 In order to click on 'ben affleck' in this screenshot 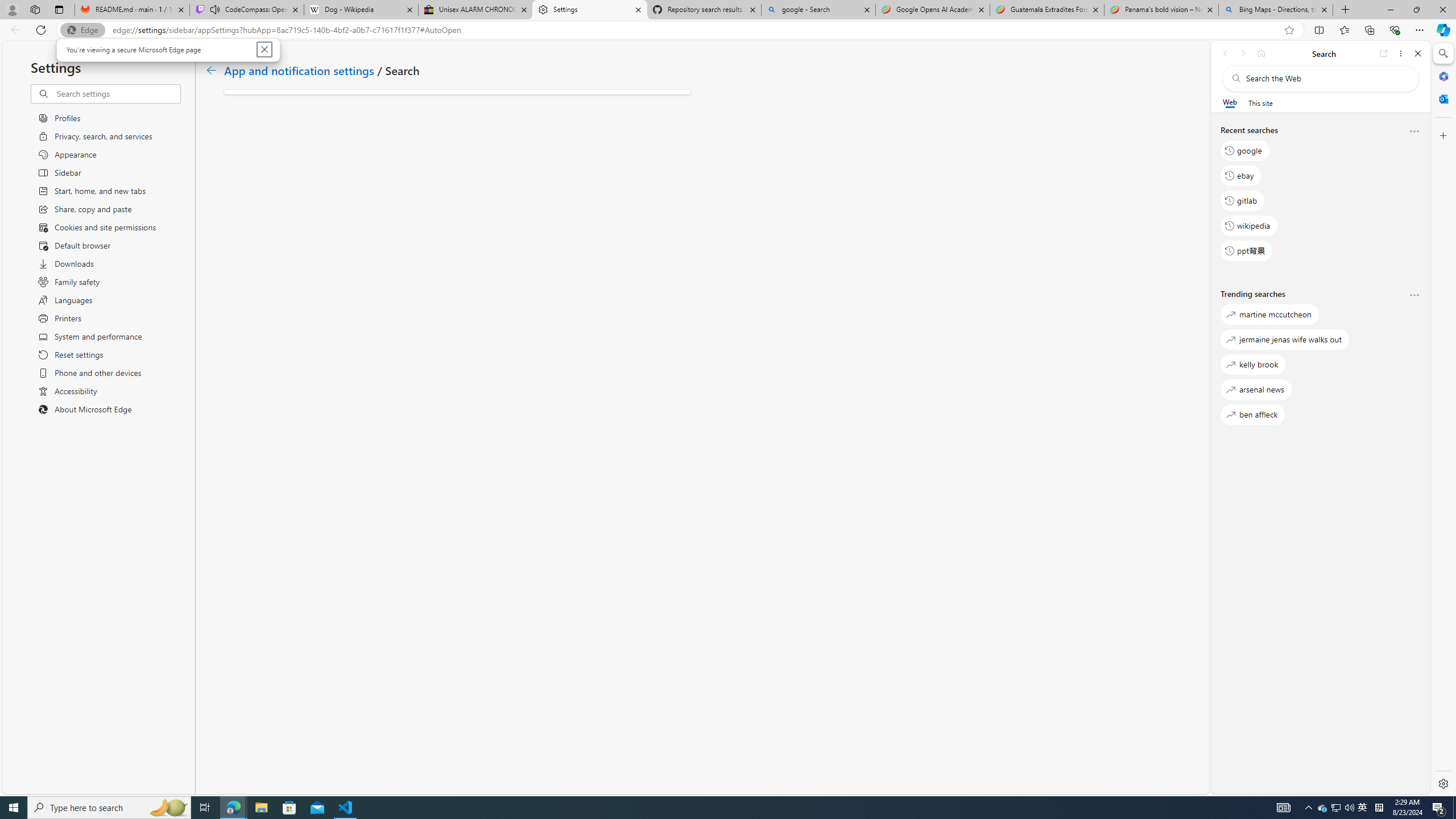, I will do `click(1256, 388)`.